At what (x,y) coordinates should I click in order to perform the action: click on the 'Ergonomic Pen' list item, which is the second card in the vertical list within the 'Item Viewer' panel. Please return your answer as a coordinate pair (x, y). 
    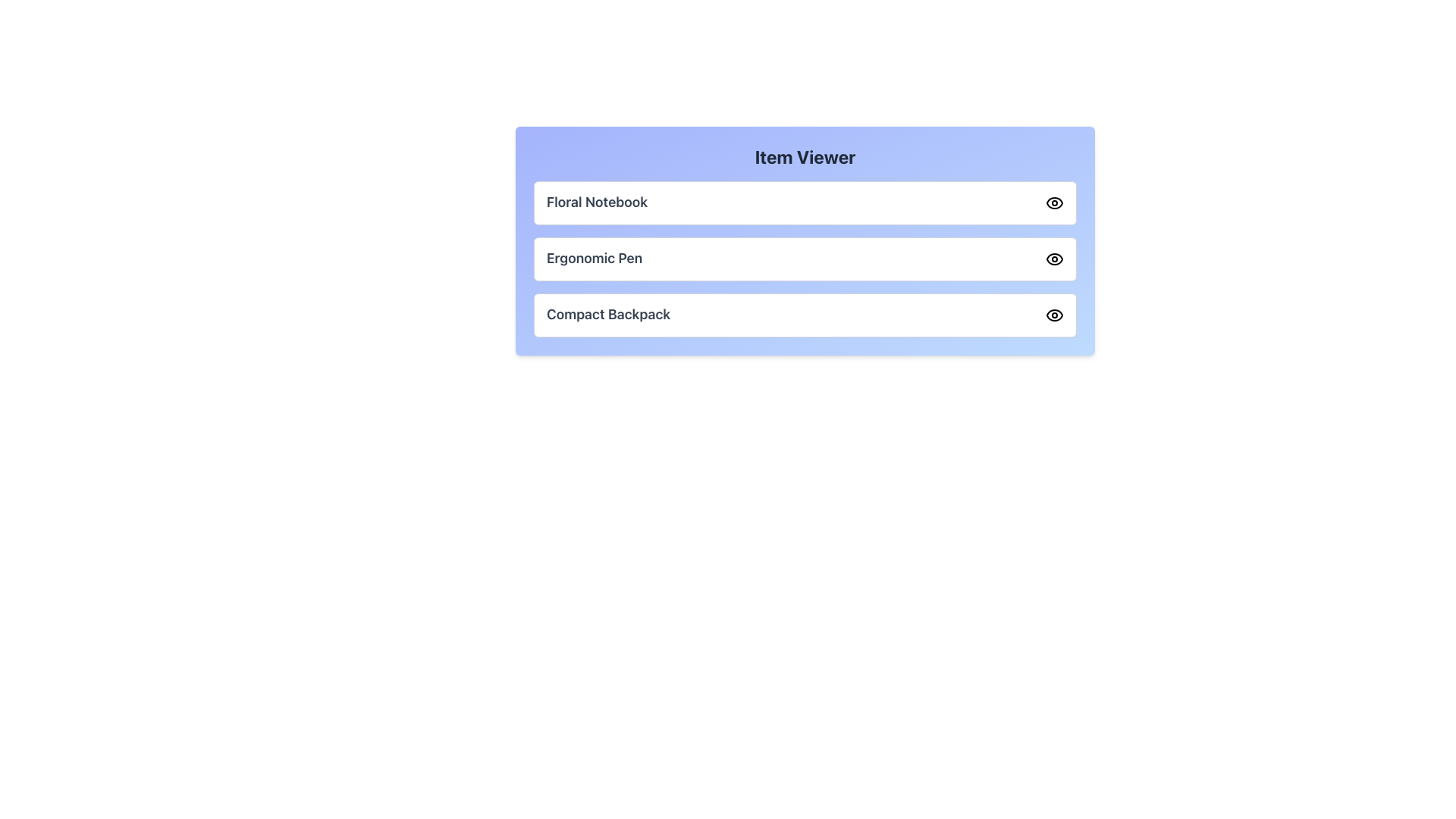
    Looking at the image, I should click on (804, 240).